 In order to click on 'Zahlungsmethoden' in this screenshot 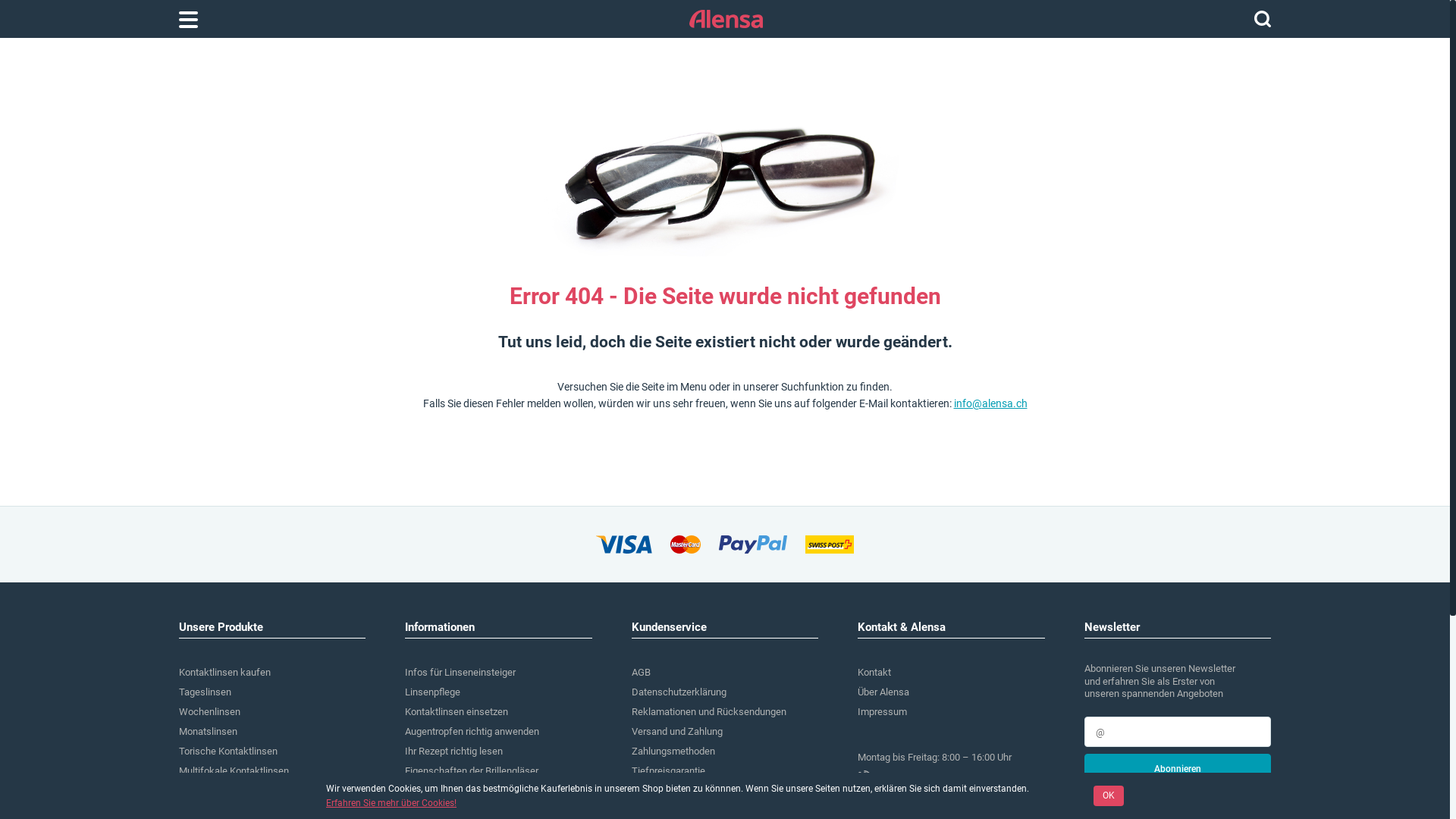, I will do `click(673, 751)`.